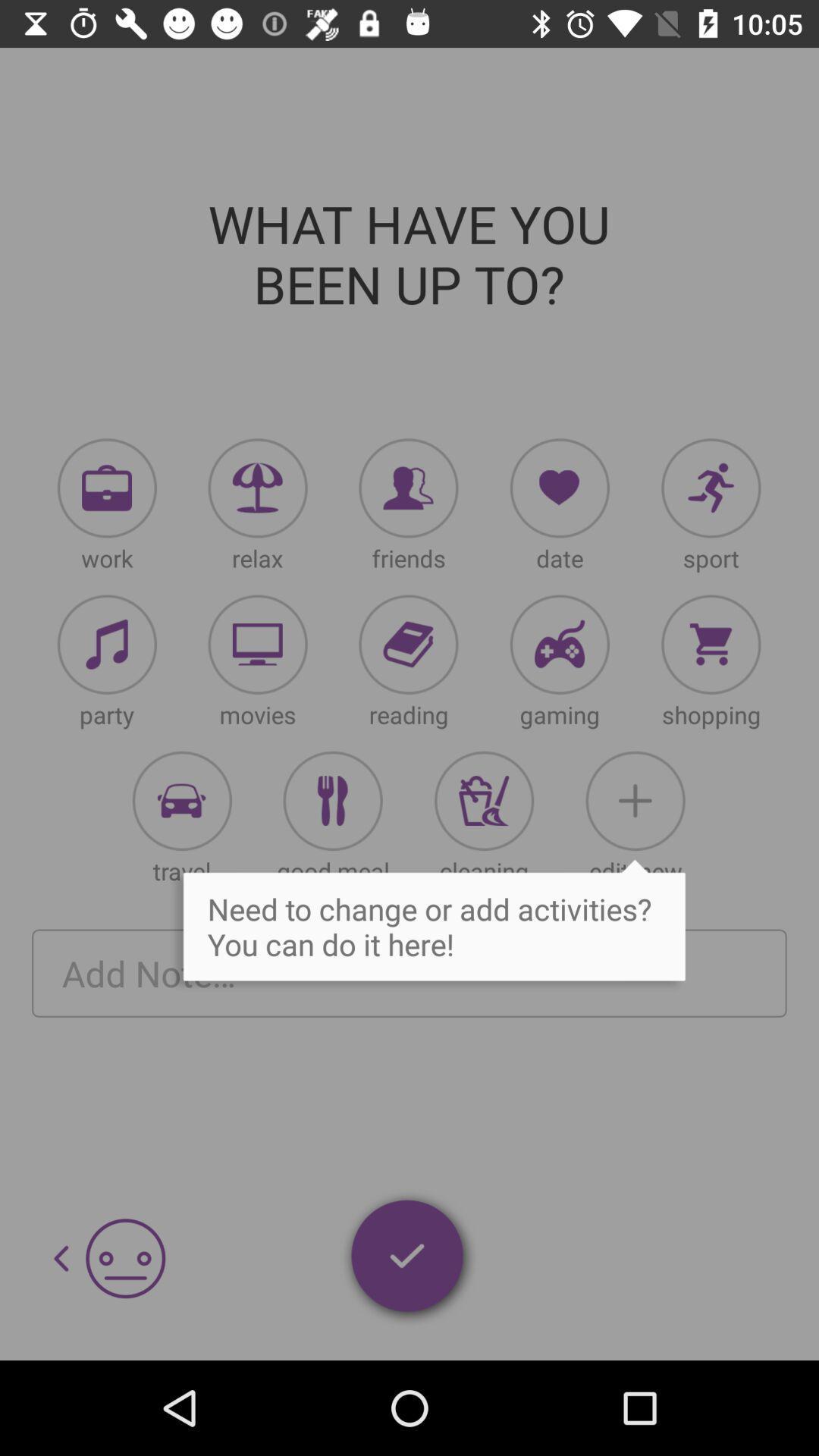 The width and height of the screenshot is (819, 1456). I want to click on relax icon, so click(257, 488).